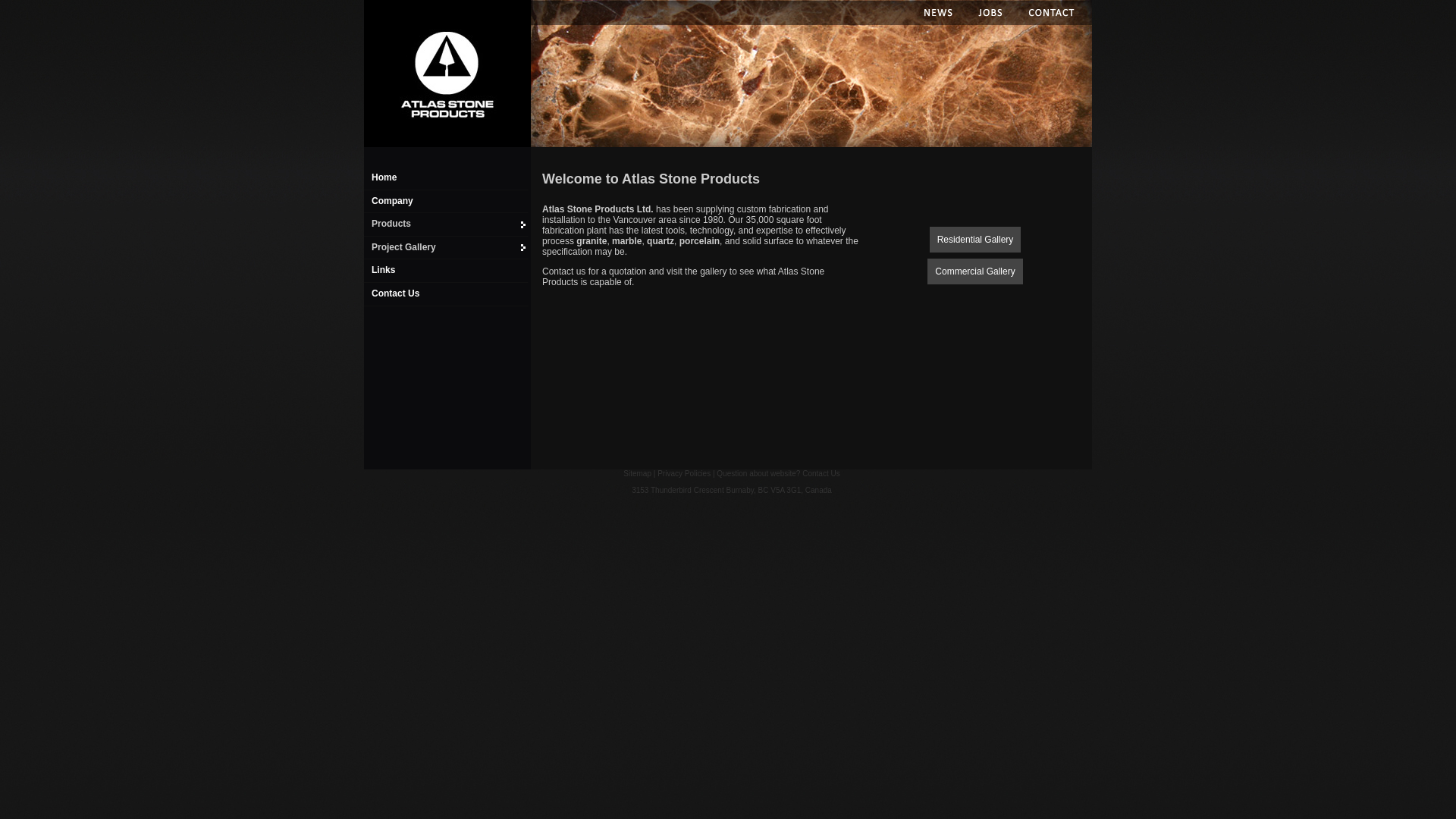  What do you see at coordinates (974, 270) in the screenshot?
I see `'Commercial Gallery'` at bounding box center [974, 270].